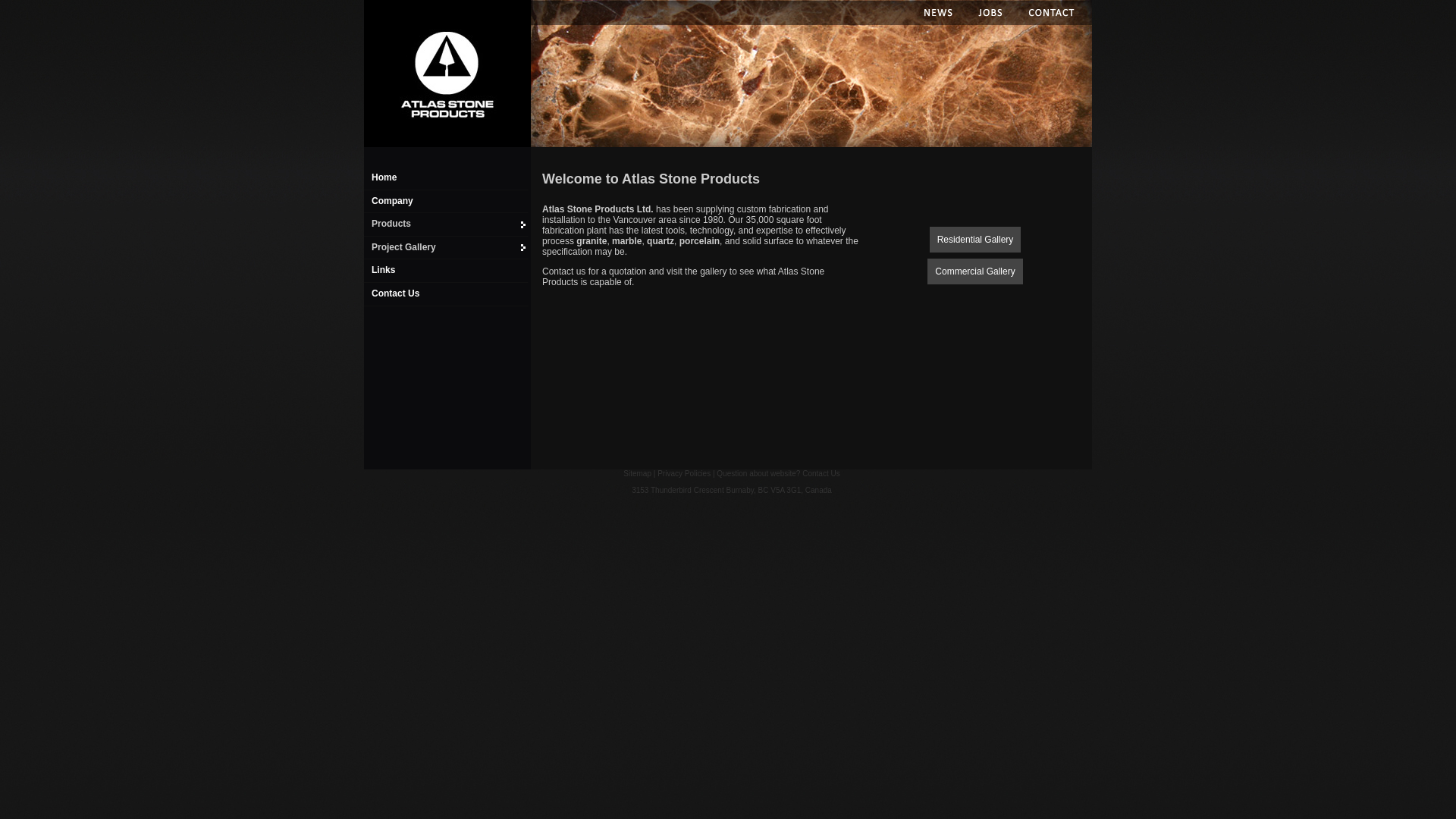  What do you see at coordinates (974, 270) in the screenshot?
I see `'Commercial Gallery'` at bounding box center [974, 270].